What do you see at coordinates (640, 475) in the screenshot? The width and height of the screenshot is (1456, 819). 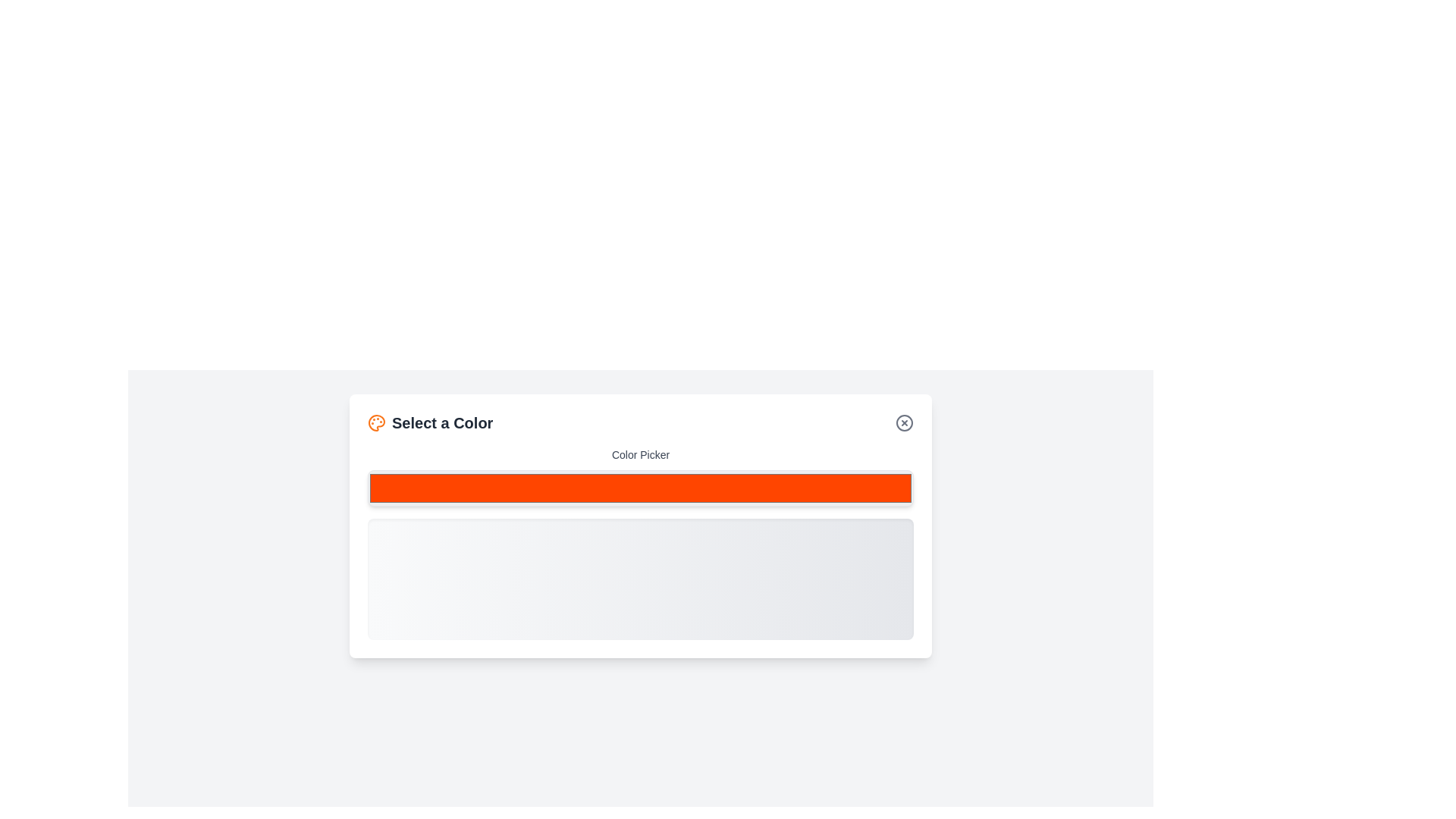 I see `the Interactive color input or picker component with a bright red background and the label 'Color Picker' to interact with the color selection feature` at bounding box center [640, 475].